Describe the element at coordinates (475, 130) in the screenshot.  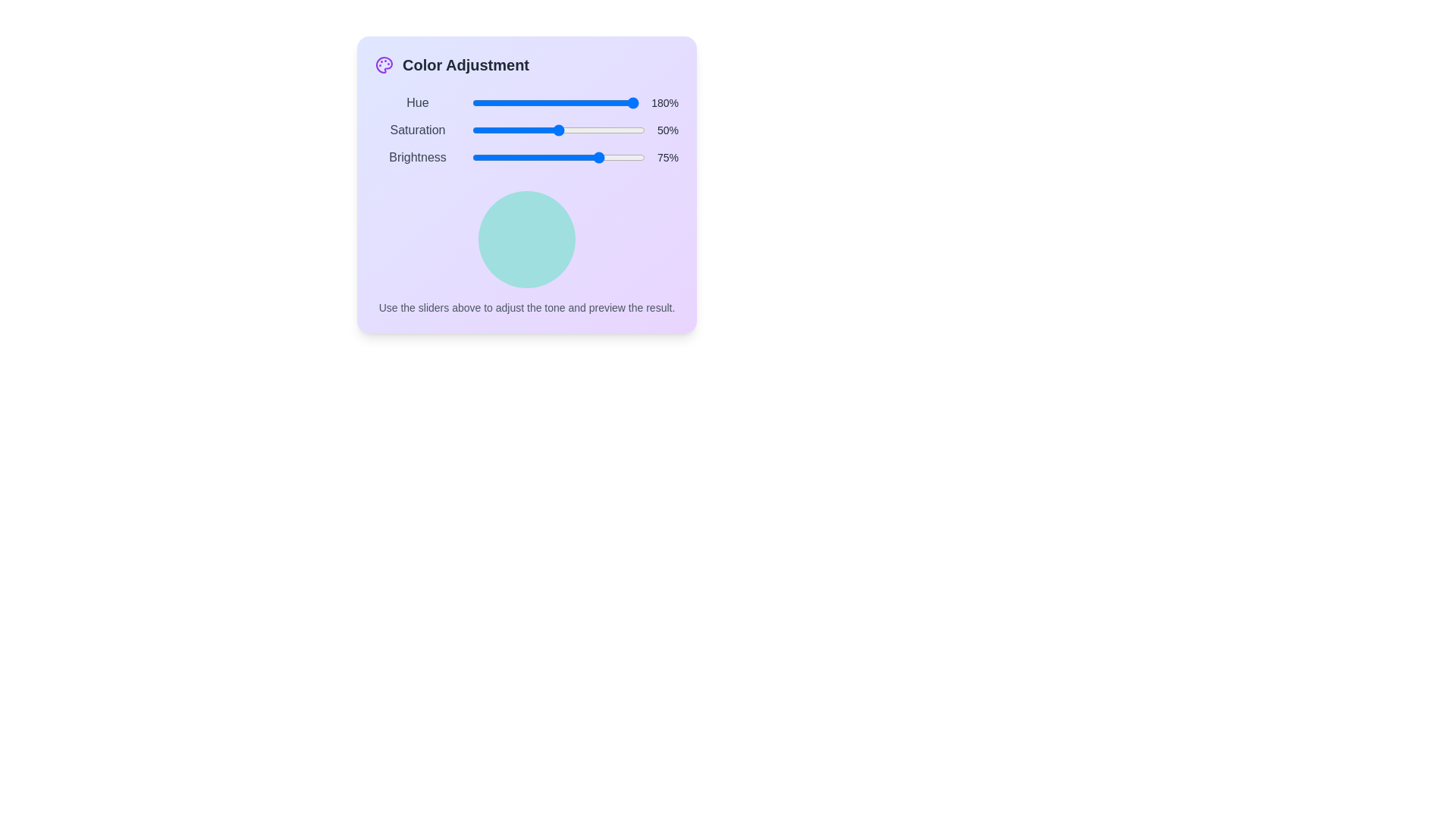
I see `the 1 slider to 2% to observe the resulting color in the preview circle` at that location.